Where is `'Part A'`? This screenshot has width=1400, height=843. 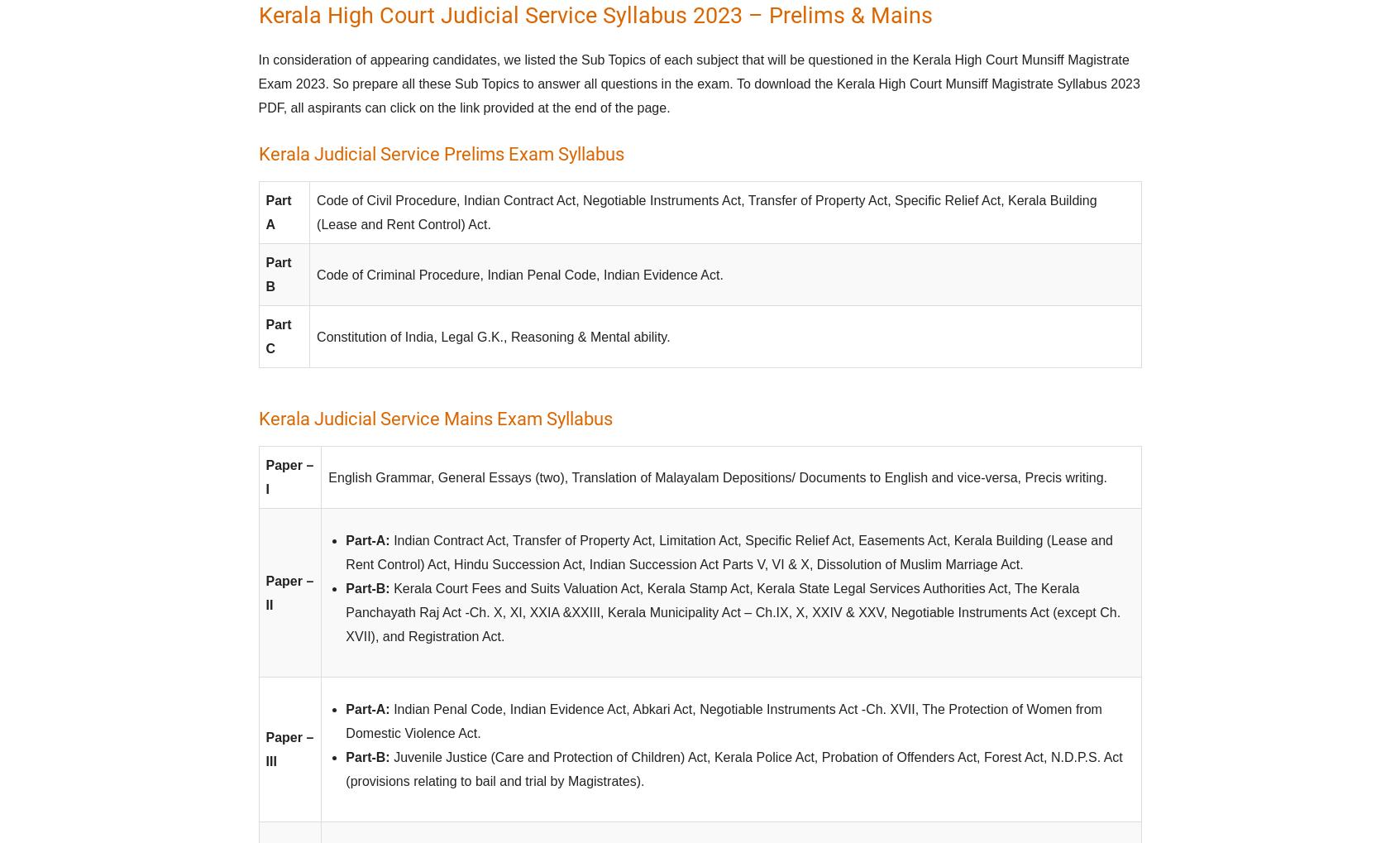 'Part A' is located at coordinates (278, 212).